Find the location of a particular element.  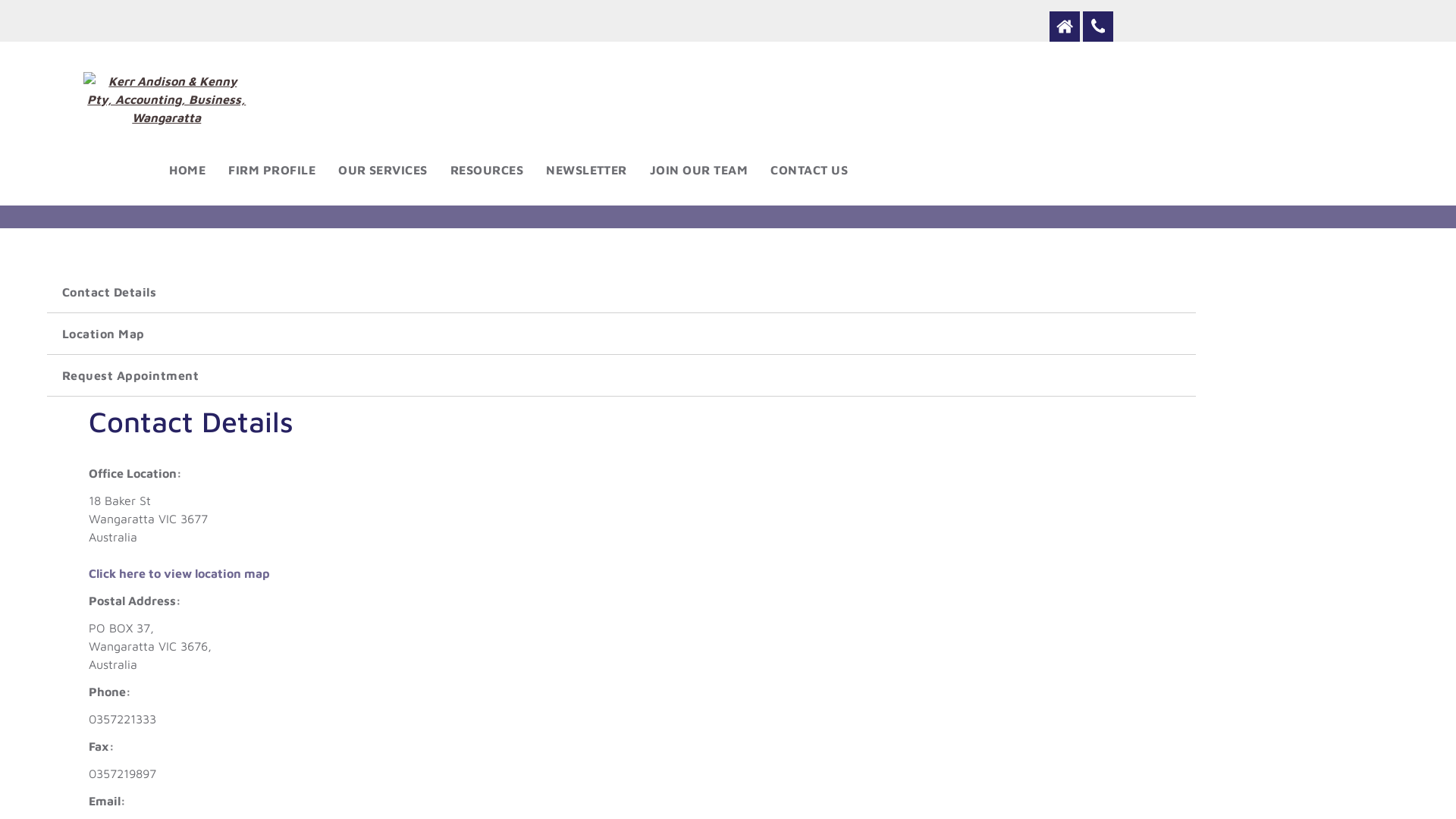

'home' is located at coordinates (1063, 26).